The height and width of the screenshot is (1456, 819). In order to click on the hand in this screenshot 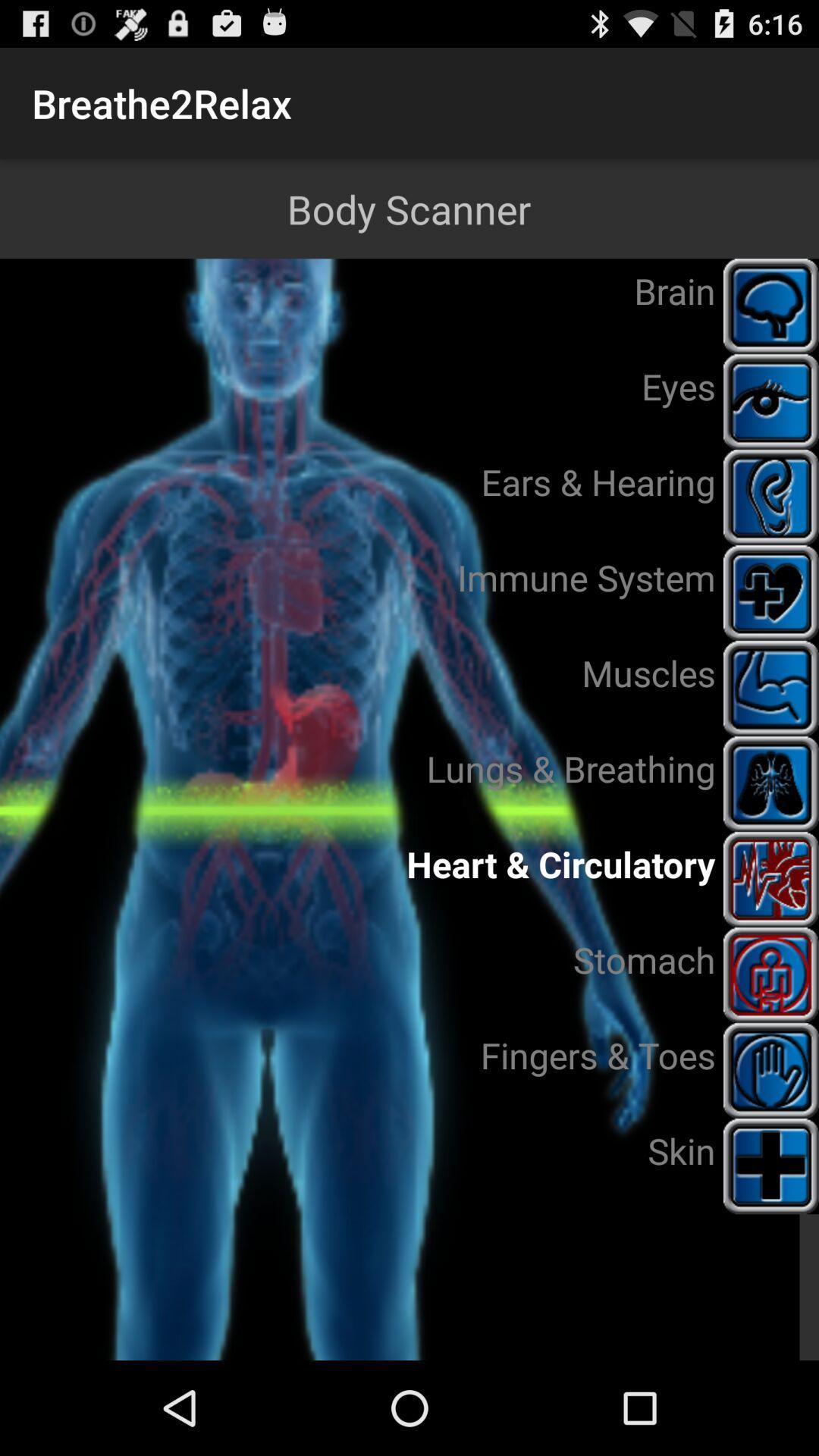, I will do `click(771, 1069)`.